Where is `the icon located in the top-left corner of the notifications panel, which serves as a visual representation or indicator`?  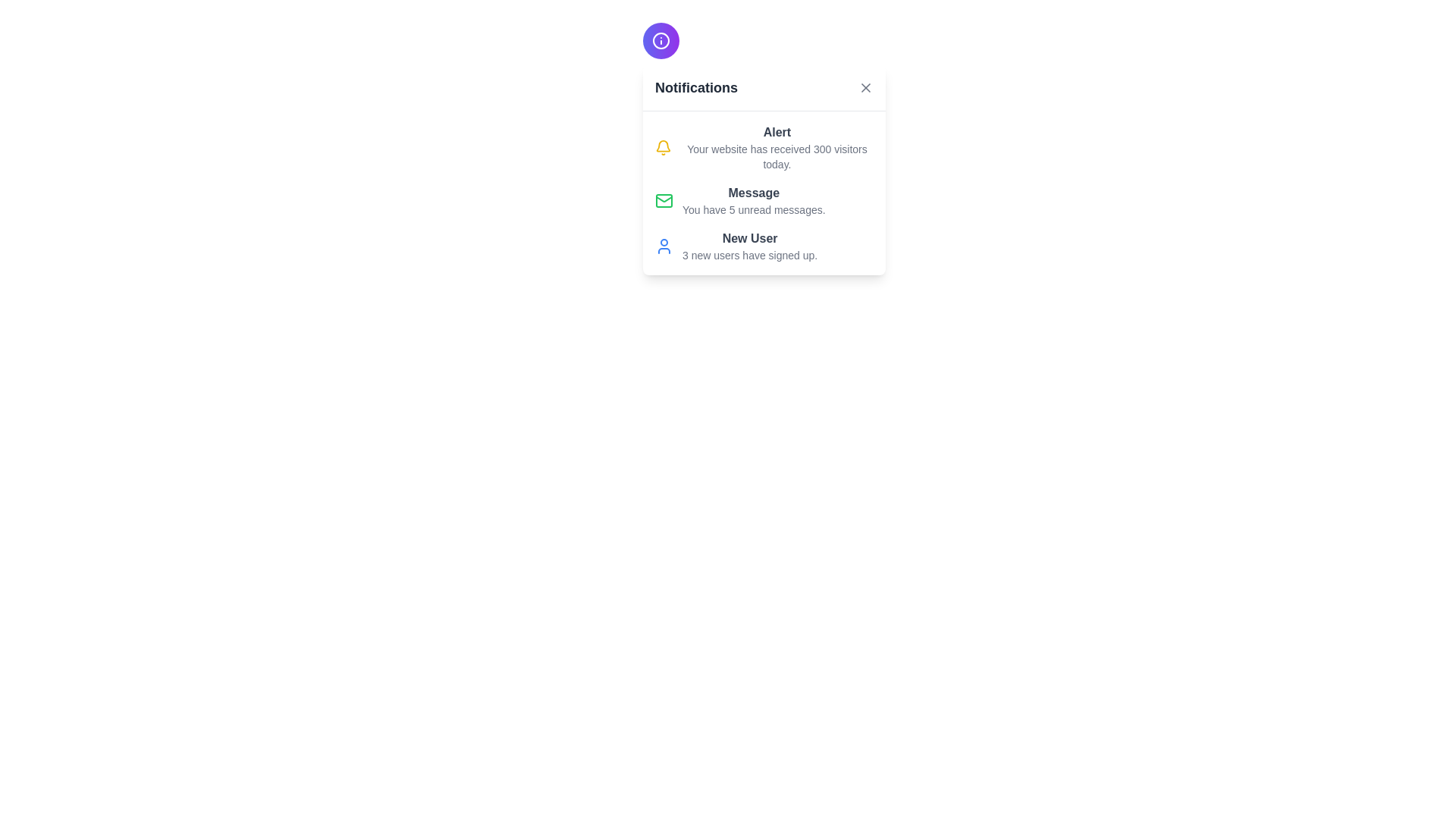 the icon located in the top-left corner of the notifications panel, which serves as a visual representation or indicator is located at coordinates (661, 40).